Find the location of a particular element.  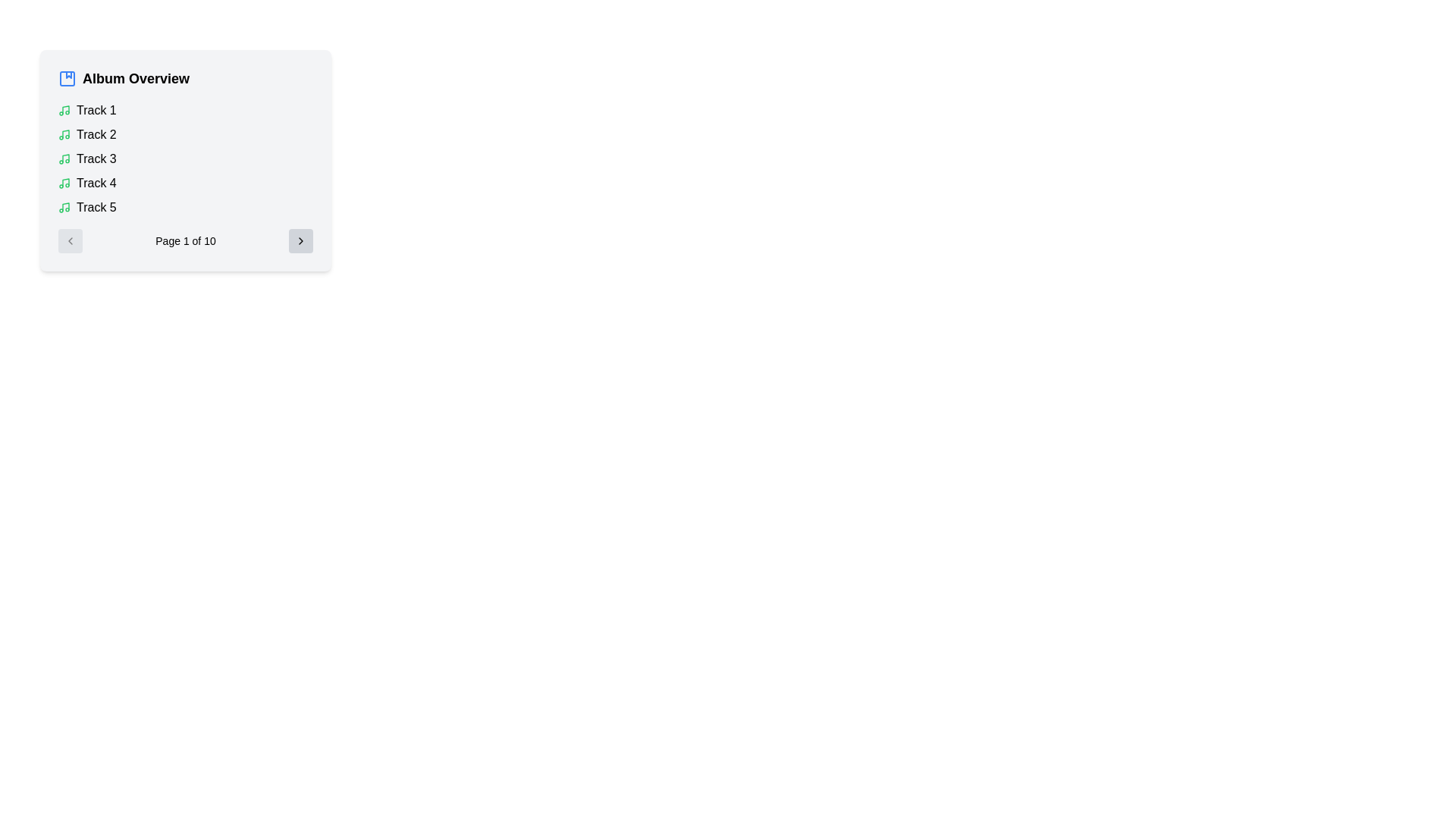

the music track icon located to the left of the text 'Track 5' is located at coordinates (64, 207).